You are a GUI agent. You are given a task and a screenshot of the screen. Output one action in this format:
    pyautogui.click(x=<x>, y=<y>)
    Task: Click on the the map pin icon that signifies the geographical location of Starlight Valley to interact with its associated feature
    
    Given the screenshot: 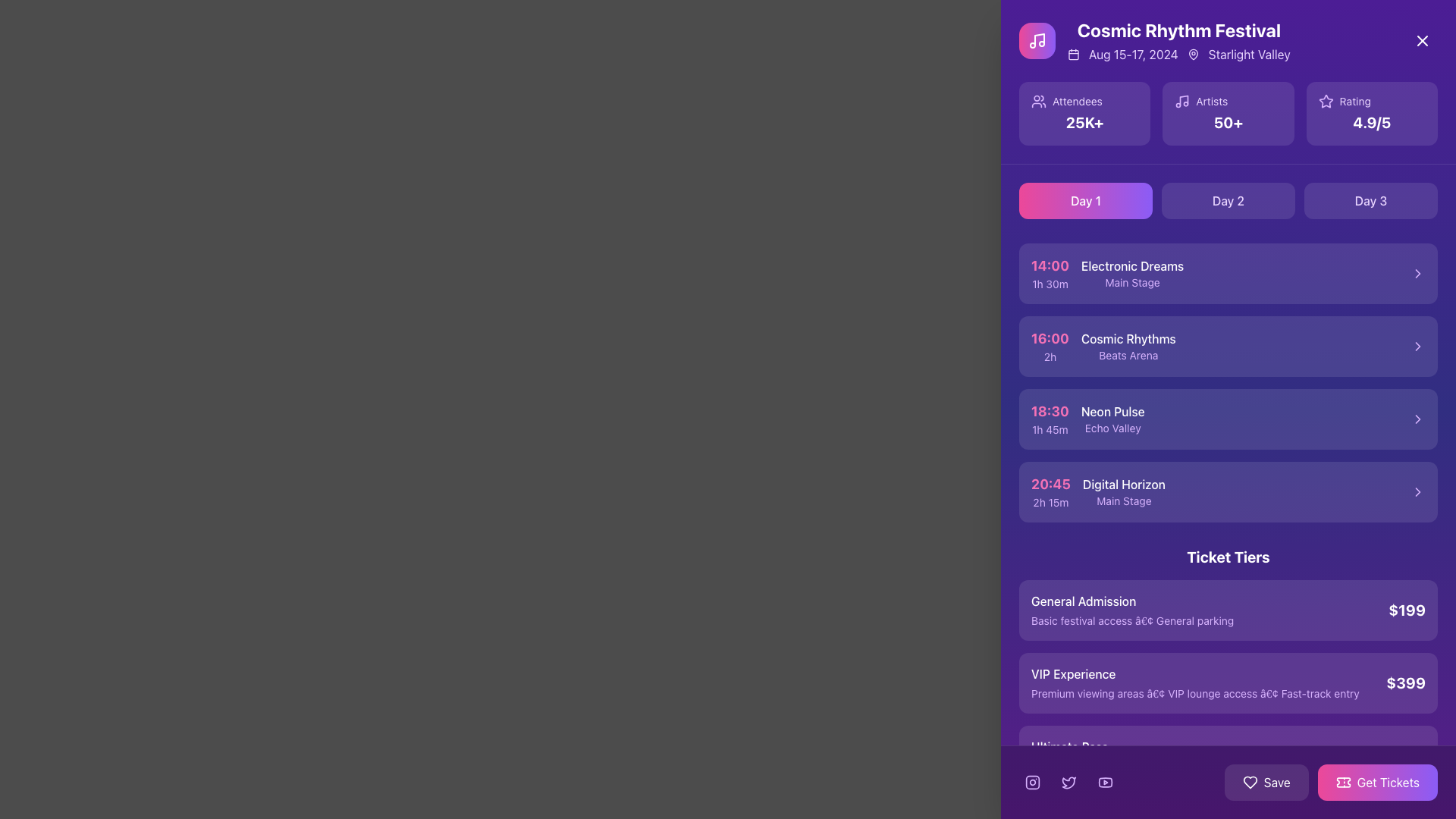 What is the action you would take?
    pyautogui.click(x=1192, y=54)
    